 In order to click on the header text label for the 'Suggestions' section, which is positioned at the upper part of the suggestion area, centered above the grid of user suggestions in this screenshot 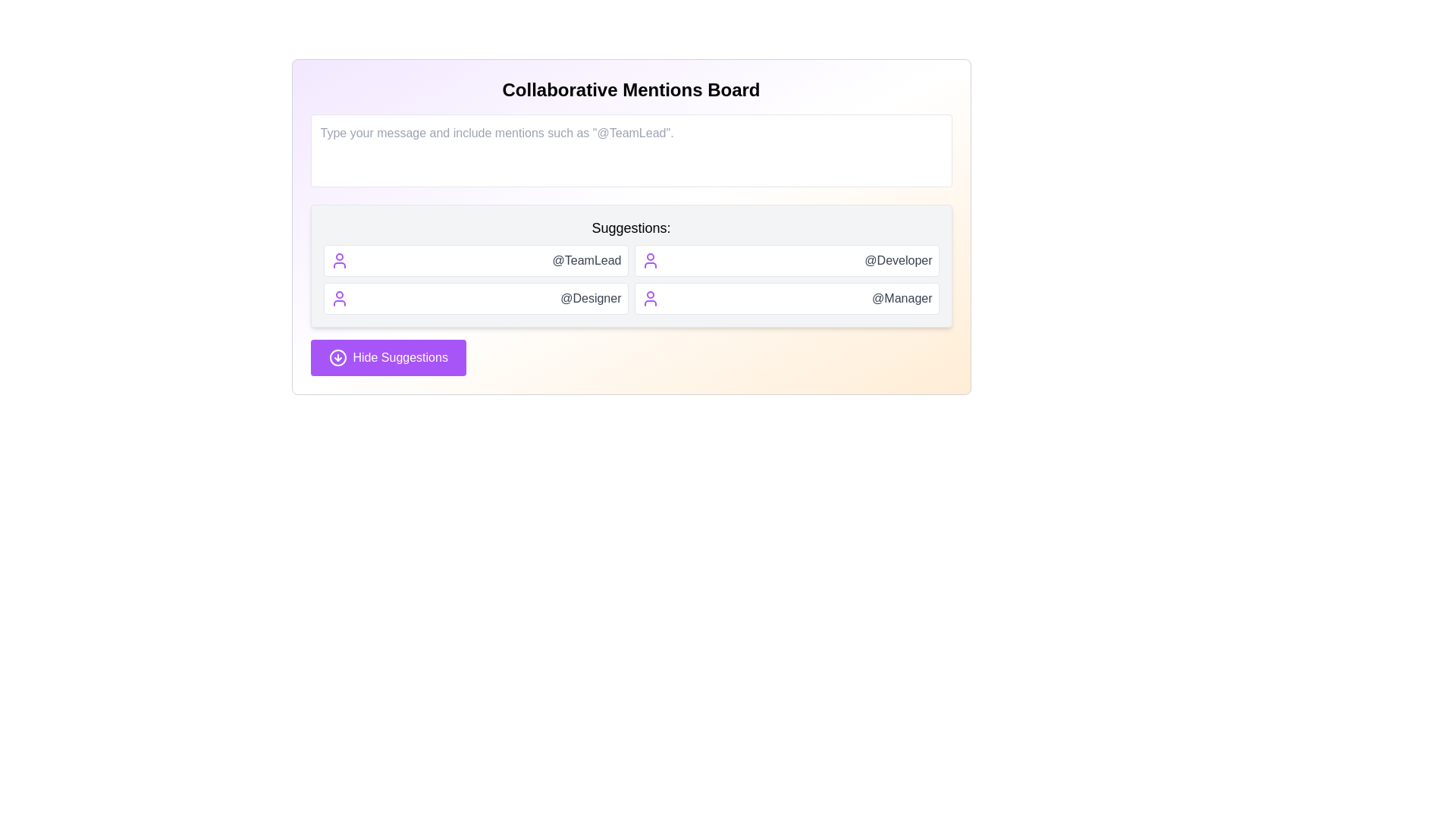, I will do `click(631, 227)`.